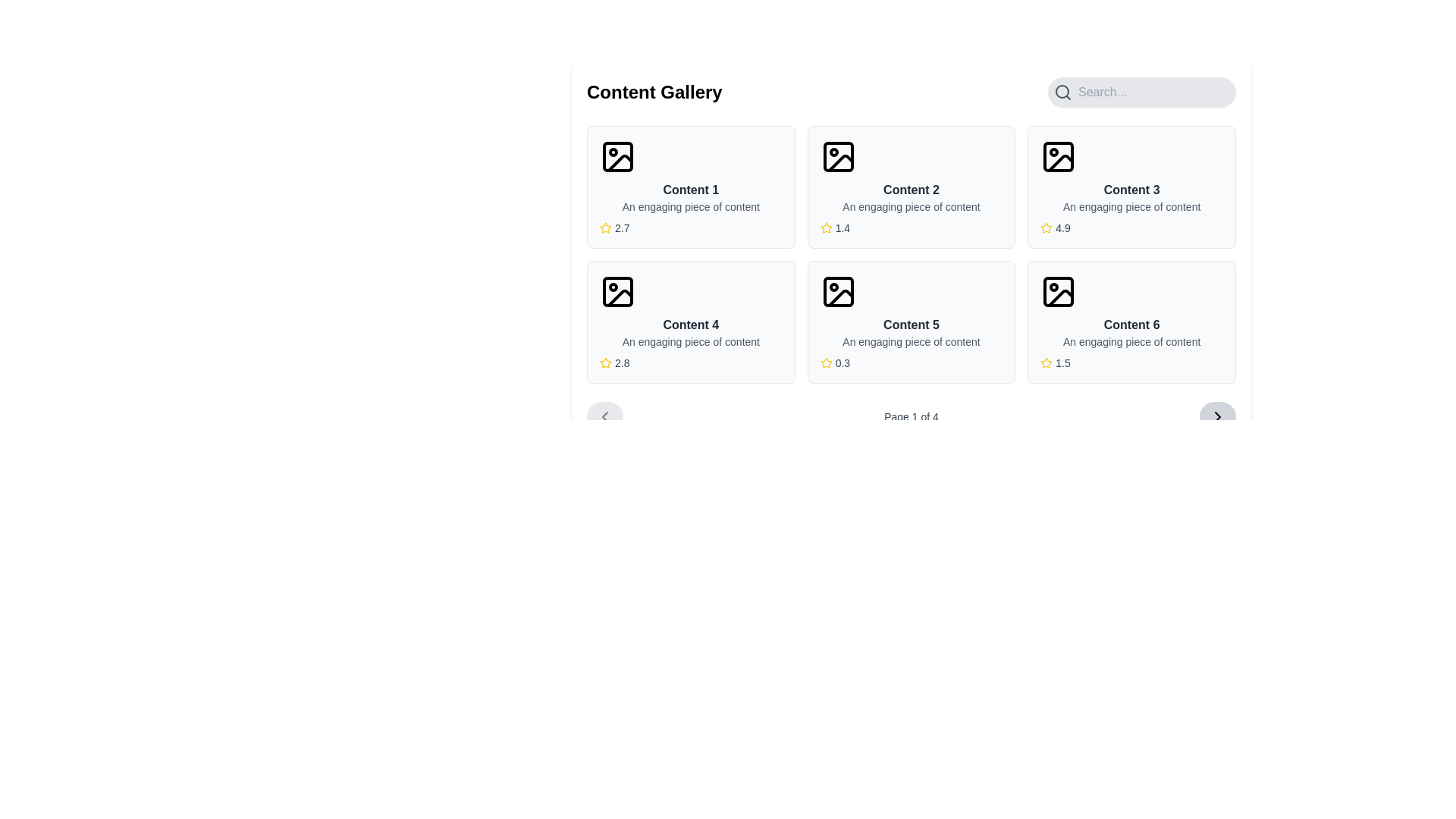 The image size is (1456, 819). What do you see at coordinates (825, 362) in the screenshot?
I see `the yellow star-shaped icon located below the thumbnail and title of 'Content 5', to the left of the rating text '0.3'` at bounding box center [825, 362].